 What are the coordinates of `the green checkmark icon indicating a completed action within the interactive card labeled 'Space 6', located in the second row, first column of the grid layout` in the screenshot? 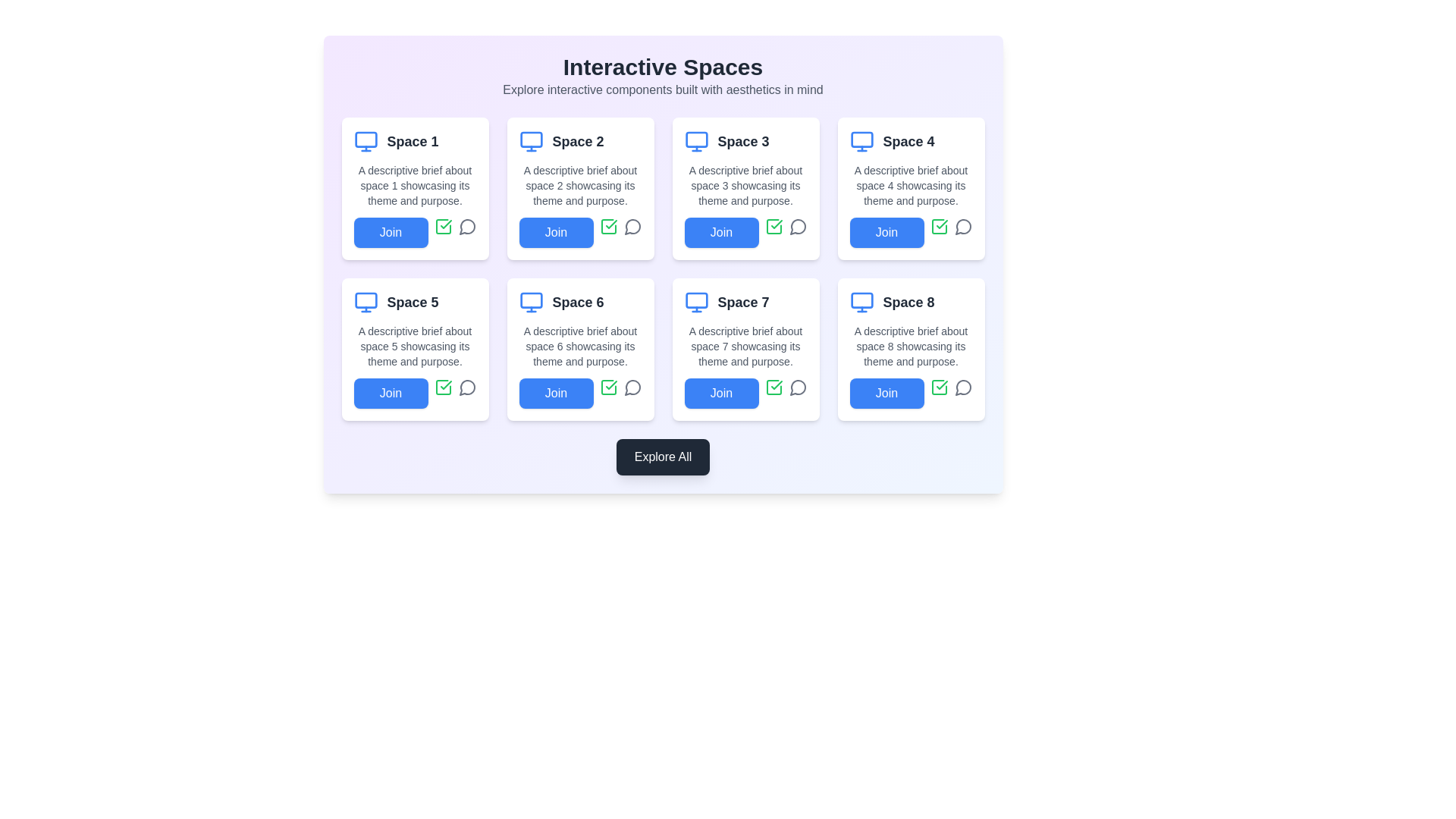 It's located at (445, 384).